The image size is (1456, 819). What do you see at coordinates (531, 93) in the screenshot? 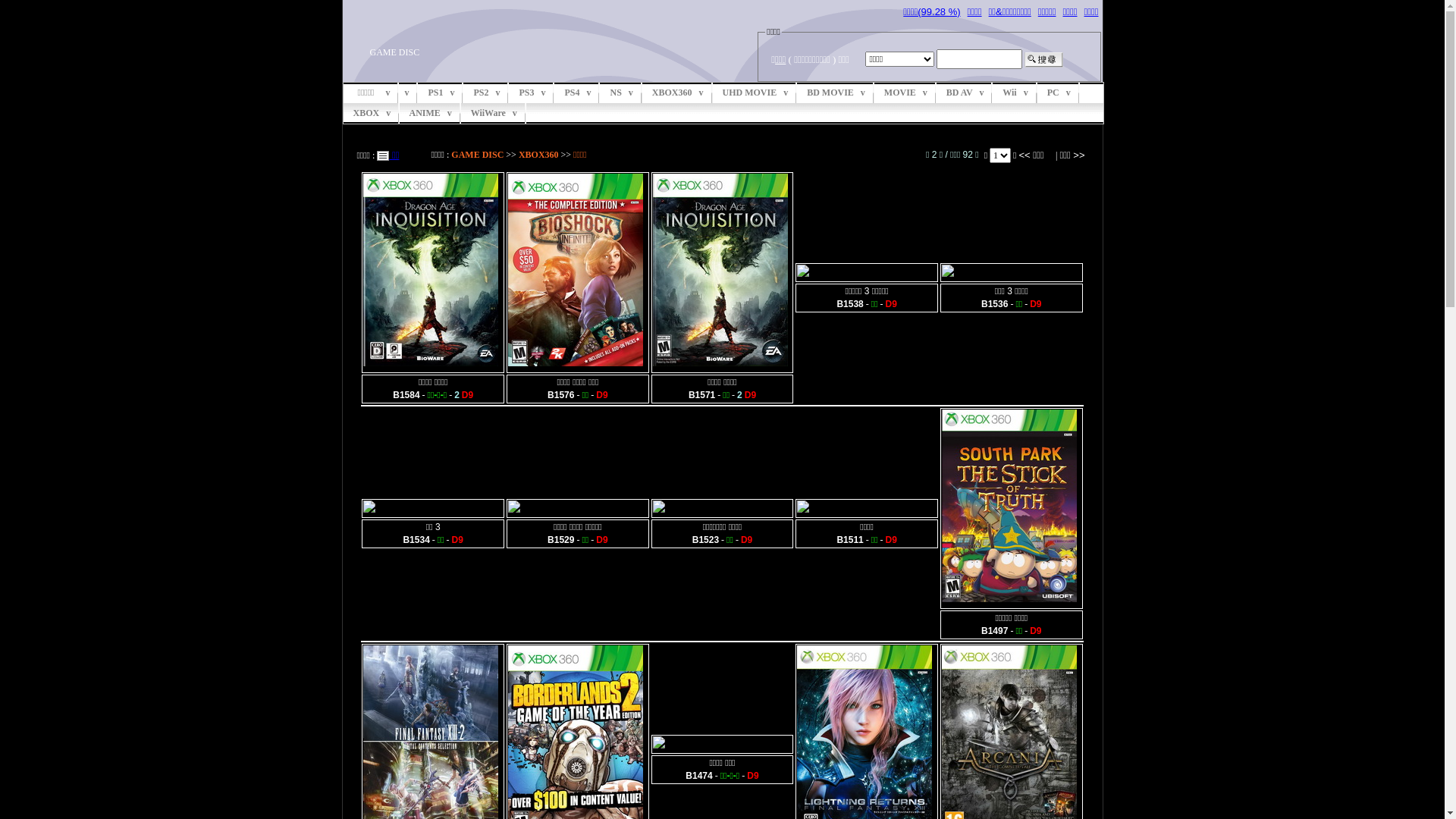
I see `'  PS3  '` at bounding box center [531, 93].